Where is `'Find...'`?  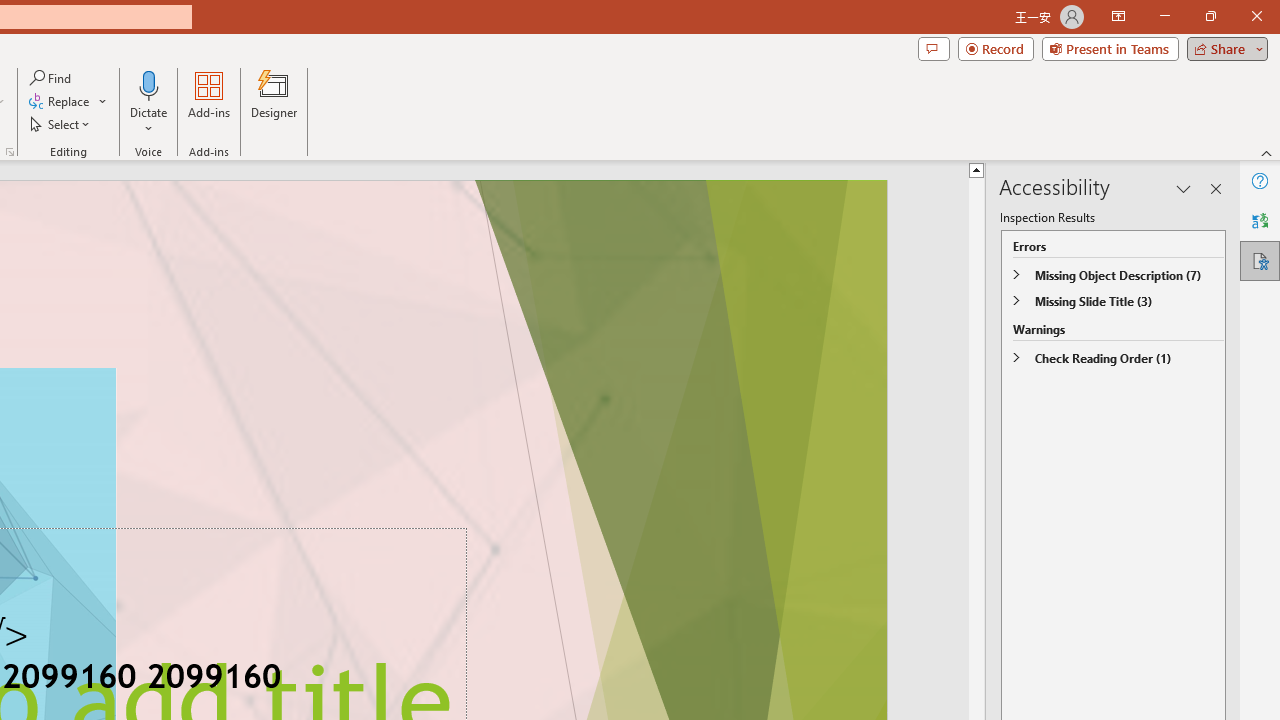
'Find...' is located at coordinates (51, 77).